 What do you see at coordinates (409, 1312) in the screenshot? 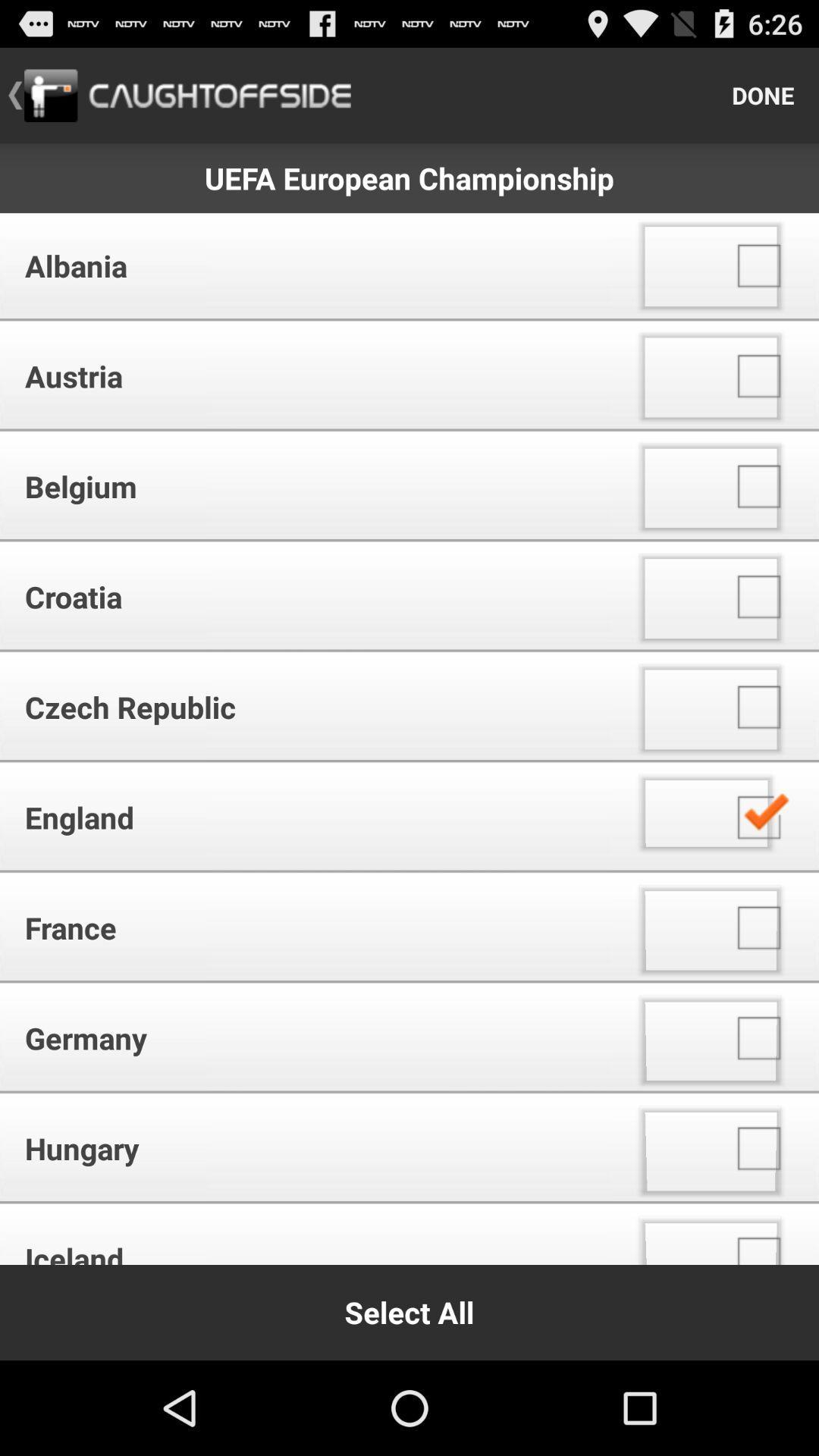
I see `the select all` at bounding box center [409, 1312].